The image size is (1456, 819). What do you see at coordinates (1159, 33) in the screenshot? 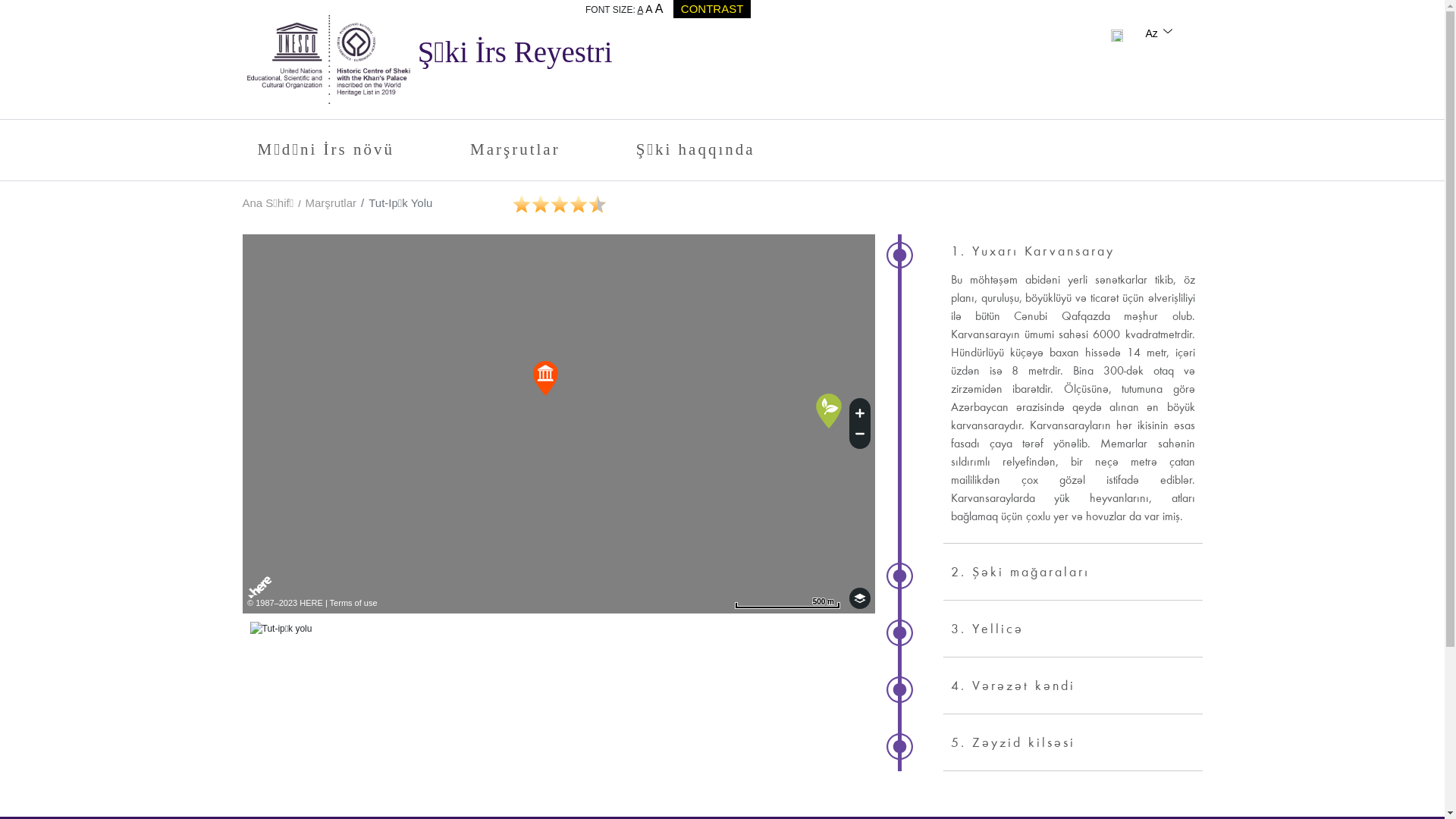
I see `'Az'` at bounding box center [1159, 33].